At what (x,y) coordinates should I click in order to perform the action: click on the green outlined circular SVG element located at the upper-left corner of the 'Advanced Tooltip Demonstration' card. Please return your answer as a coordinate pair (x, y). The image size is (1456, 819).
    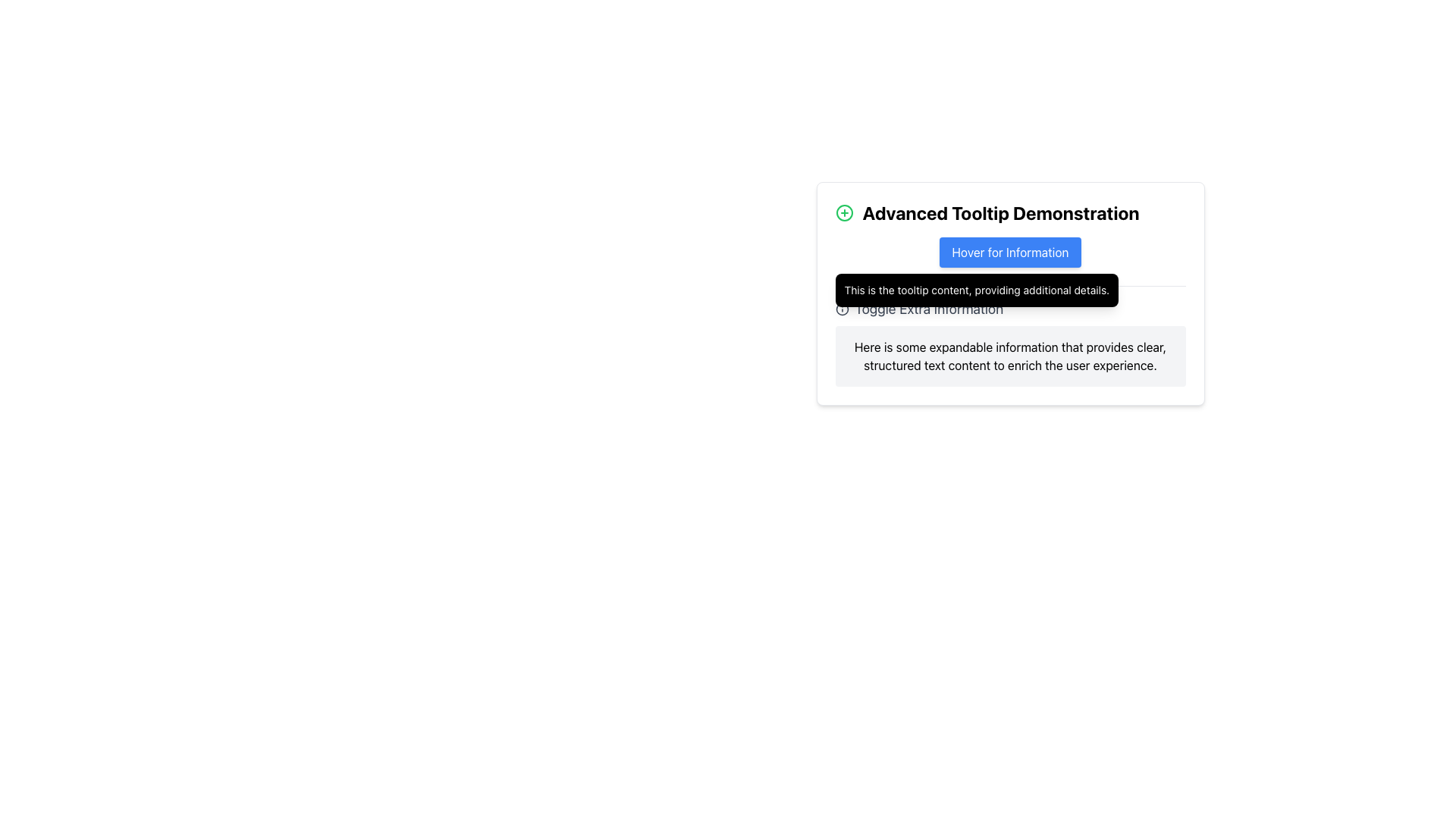
    Looking at the image, I should click on (843, 213).